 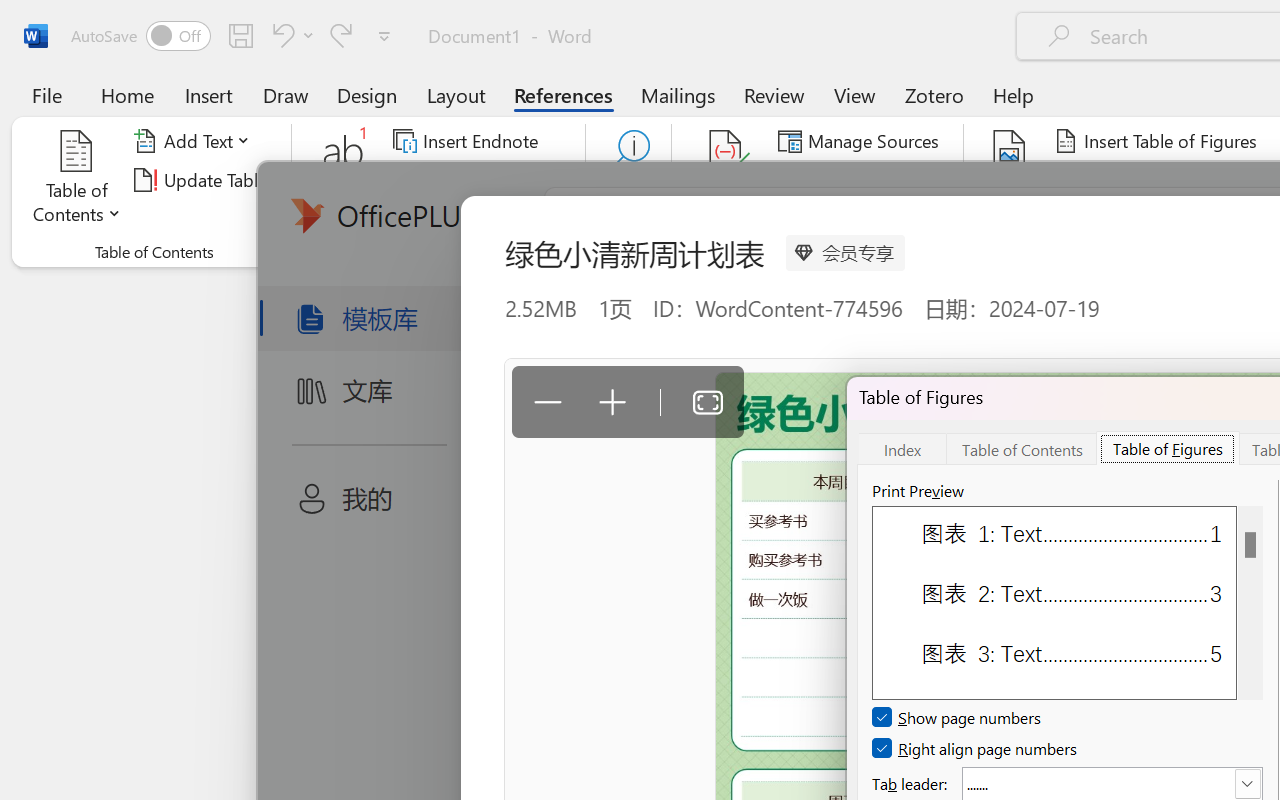 I want to click on 'Undo Apply Quick Style Set', so click(x=279, y=34).